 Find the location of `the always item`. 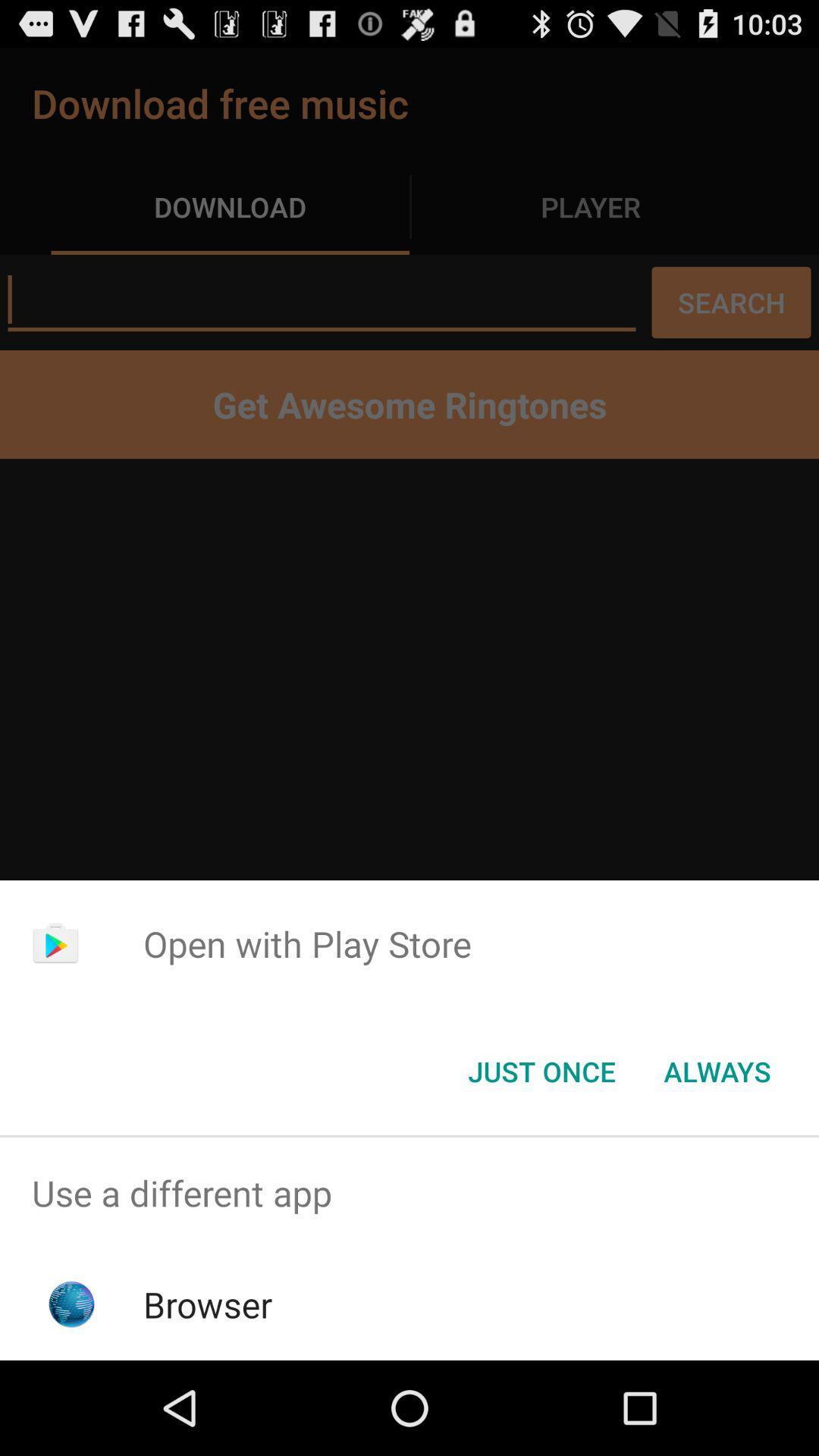

the always item is located at coordinates (717, 1070).